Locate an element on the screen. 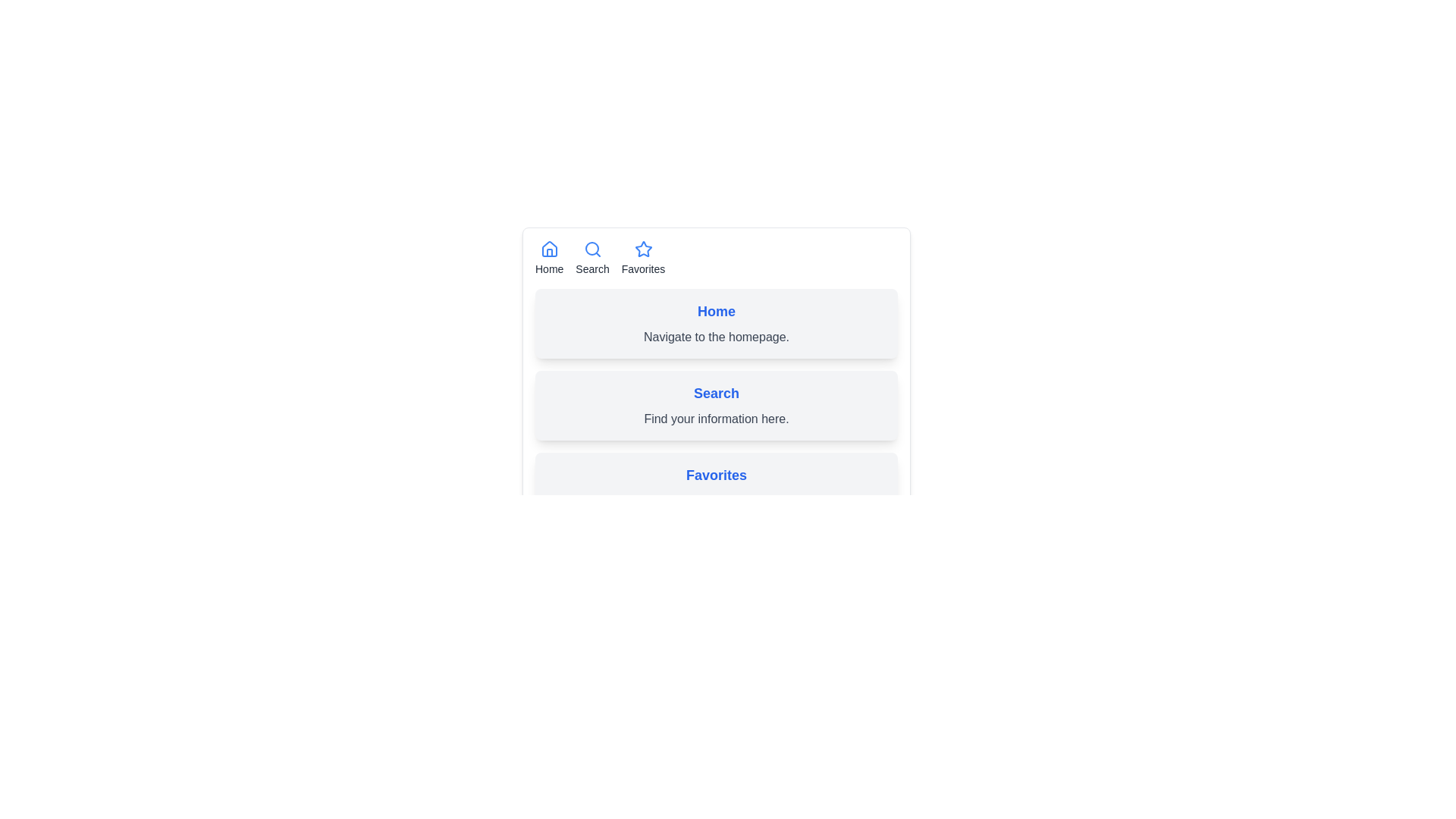  the Descriptive Text located below the bold 'Home' heading within the card labeled 'Home', which is positioned in the second line of the card is located at coordinates (716, 336).